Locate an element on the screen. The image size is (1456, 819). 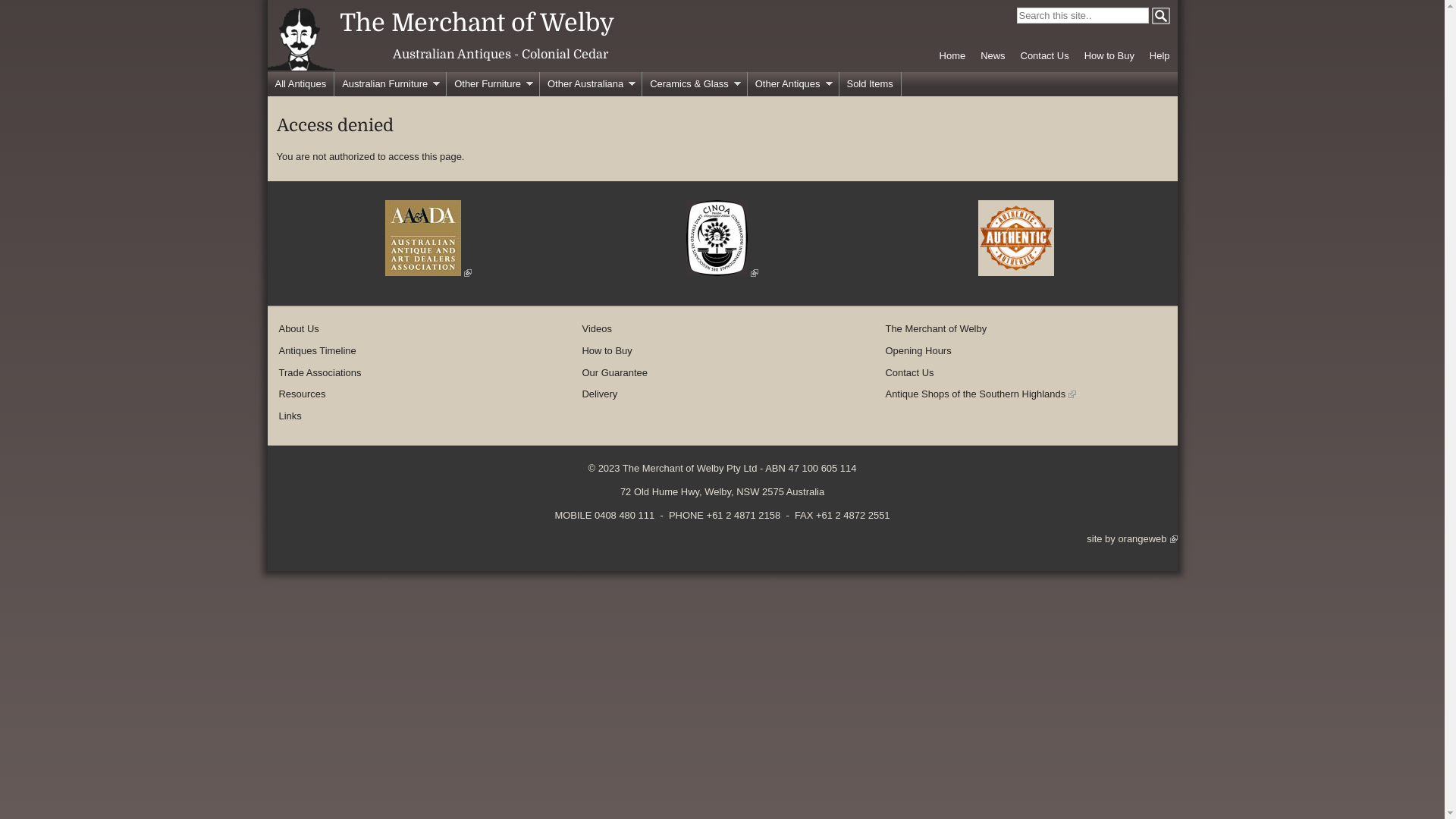
'Resources' is located at coordinates (302, 393).